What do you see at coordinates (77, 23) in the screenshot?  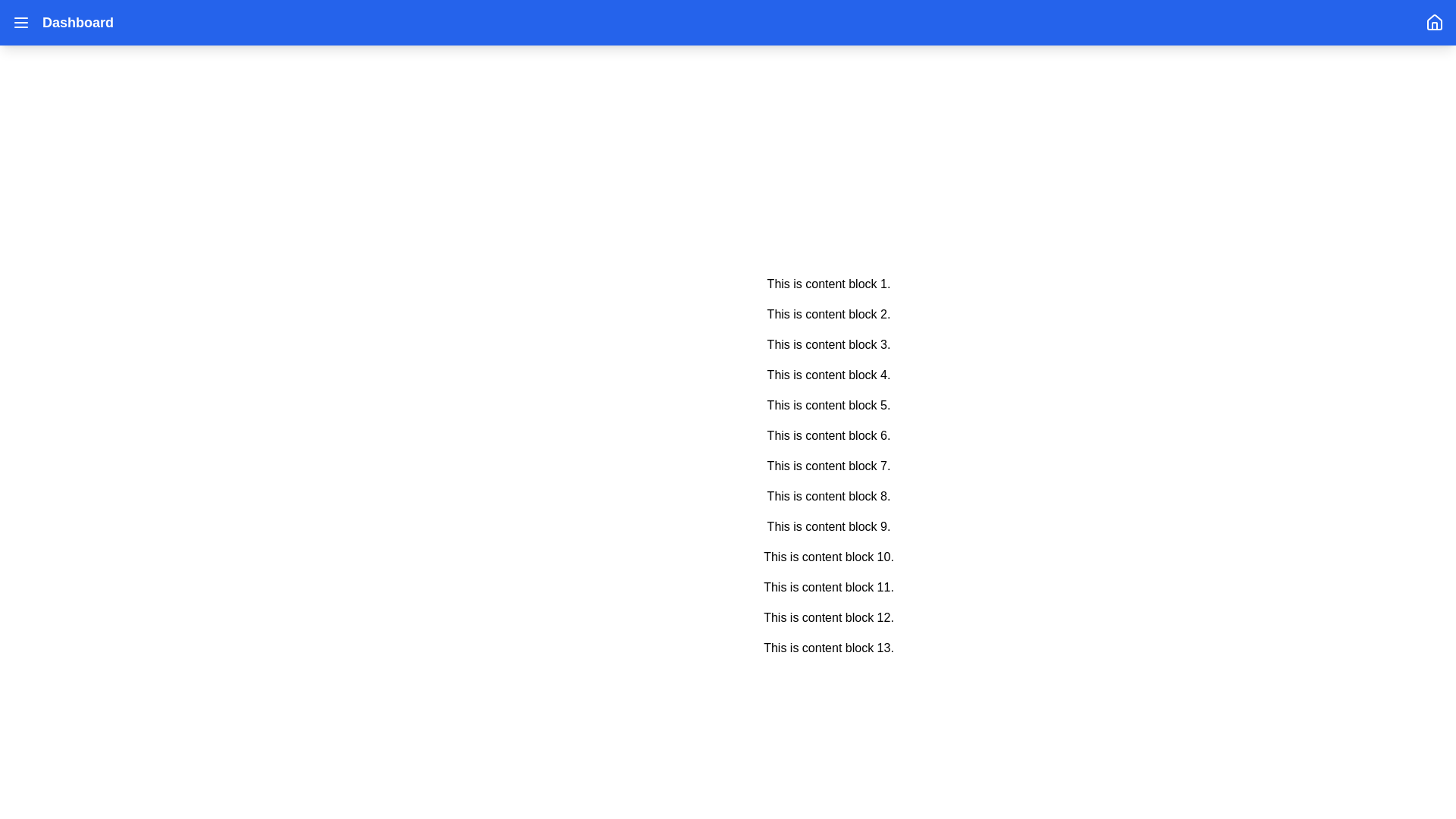 I see `text content of the 'Dashboard' label, which is prominently styled and located in the top-left section of the interface, next to the menu icon` at bounding box center [77, 23].